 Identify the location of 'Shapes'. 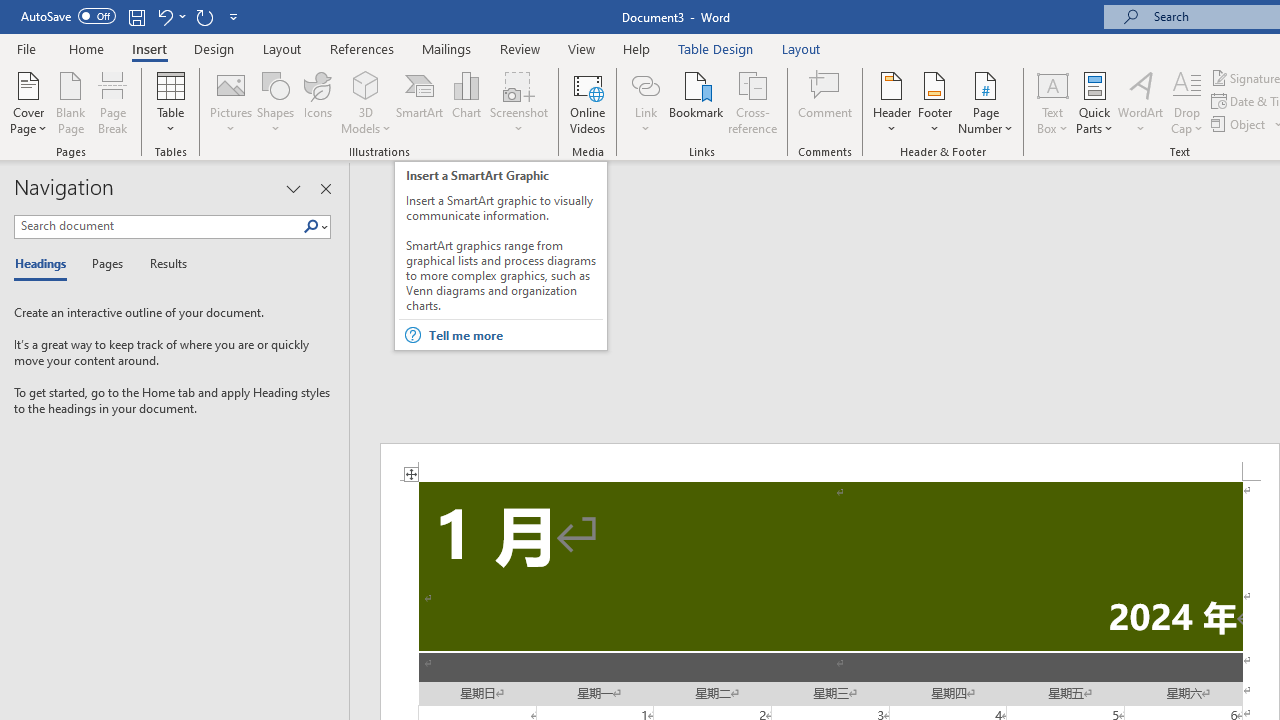
(274, 103).